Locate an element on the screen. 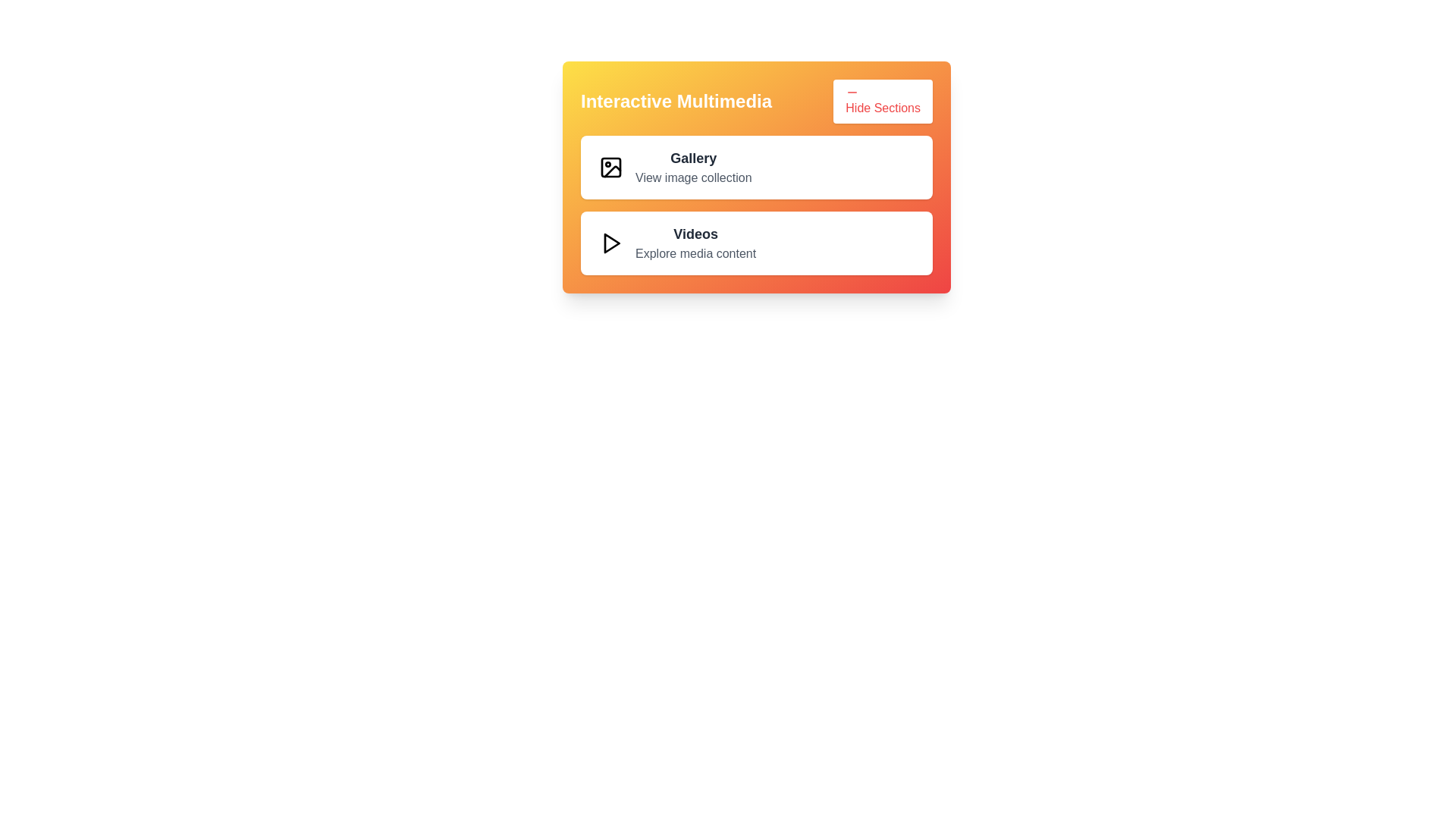 Image resolution: width=1456 pixels, height=819 pixels. the Text element located in the lower section of the card-like component, immediately below the 'Gallery' section is located at coordinates (695, 242).